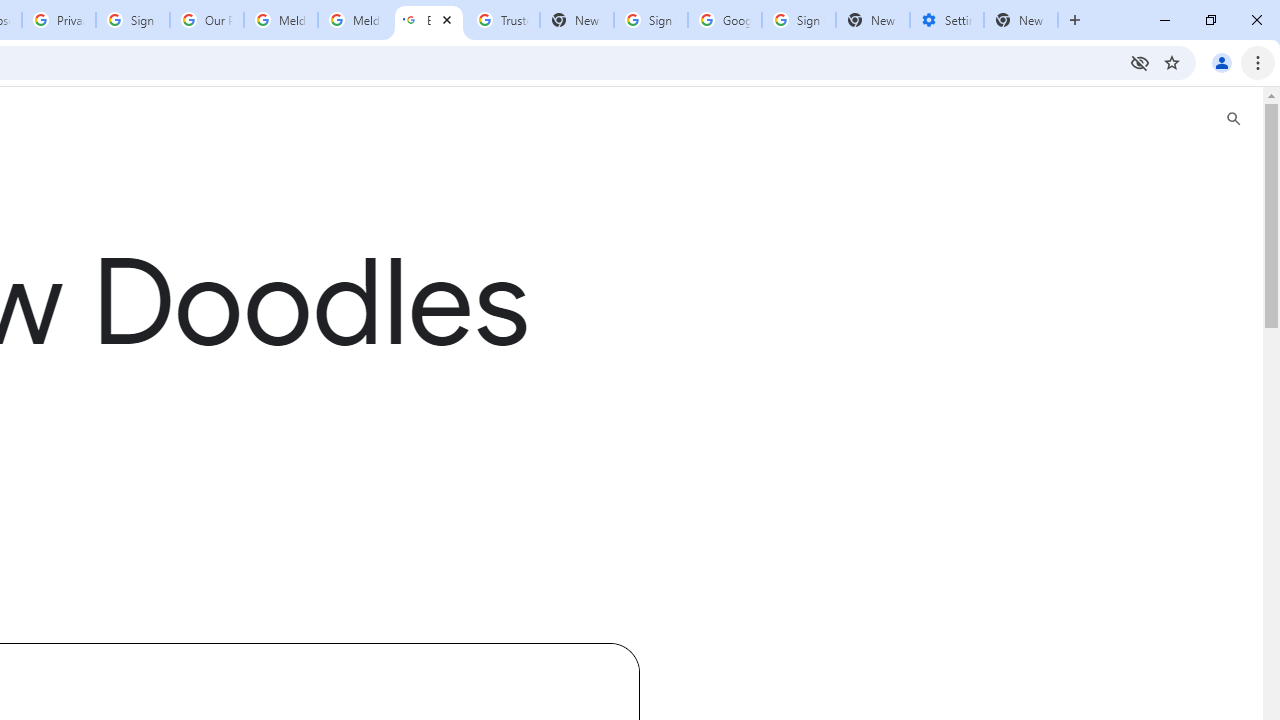 The width and height of the screenshot is (1280, 720). Describe the element at coordinates (723, 20) in the screenshot. I see `'Google Cybersecurity Innovations - Google Safety Center'` at that location.